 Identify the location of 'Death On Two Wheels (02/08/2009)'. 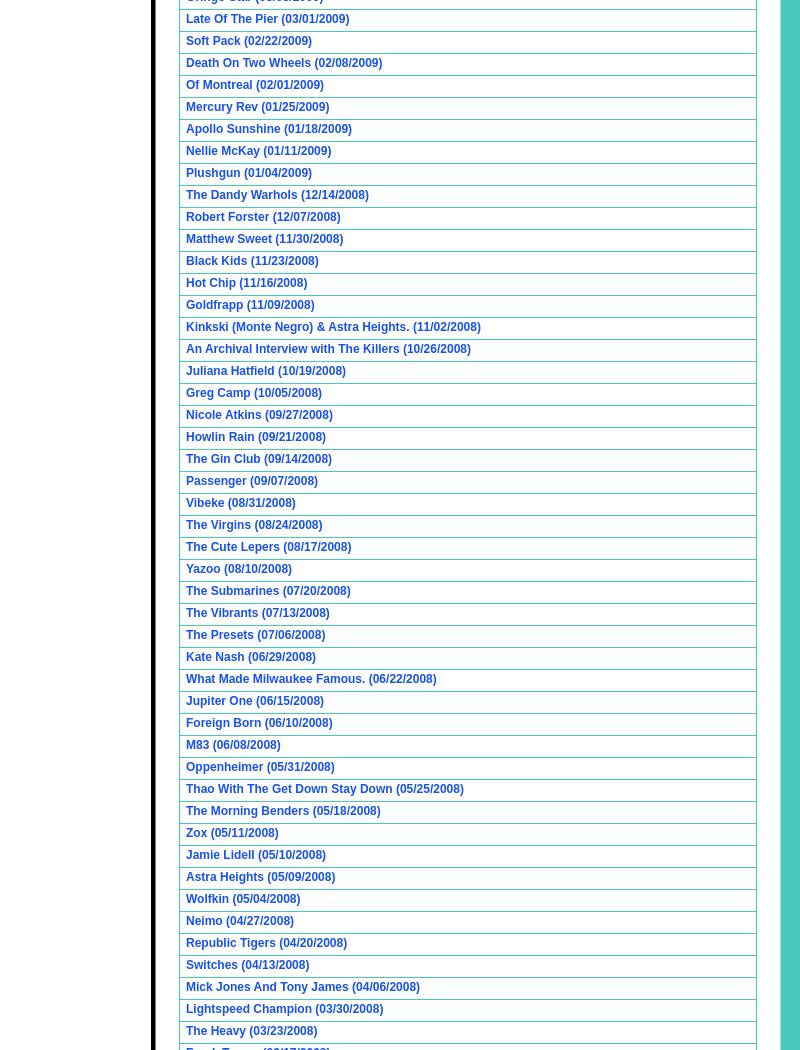
(284, 62).